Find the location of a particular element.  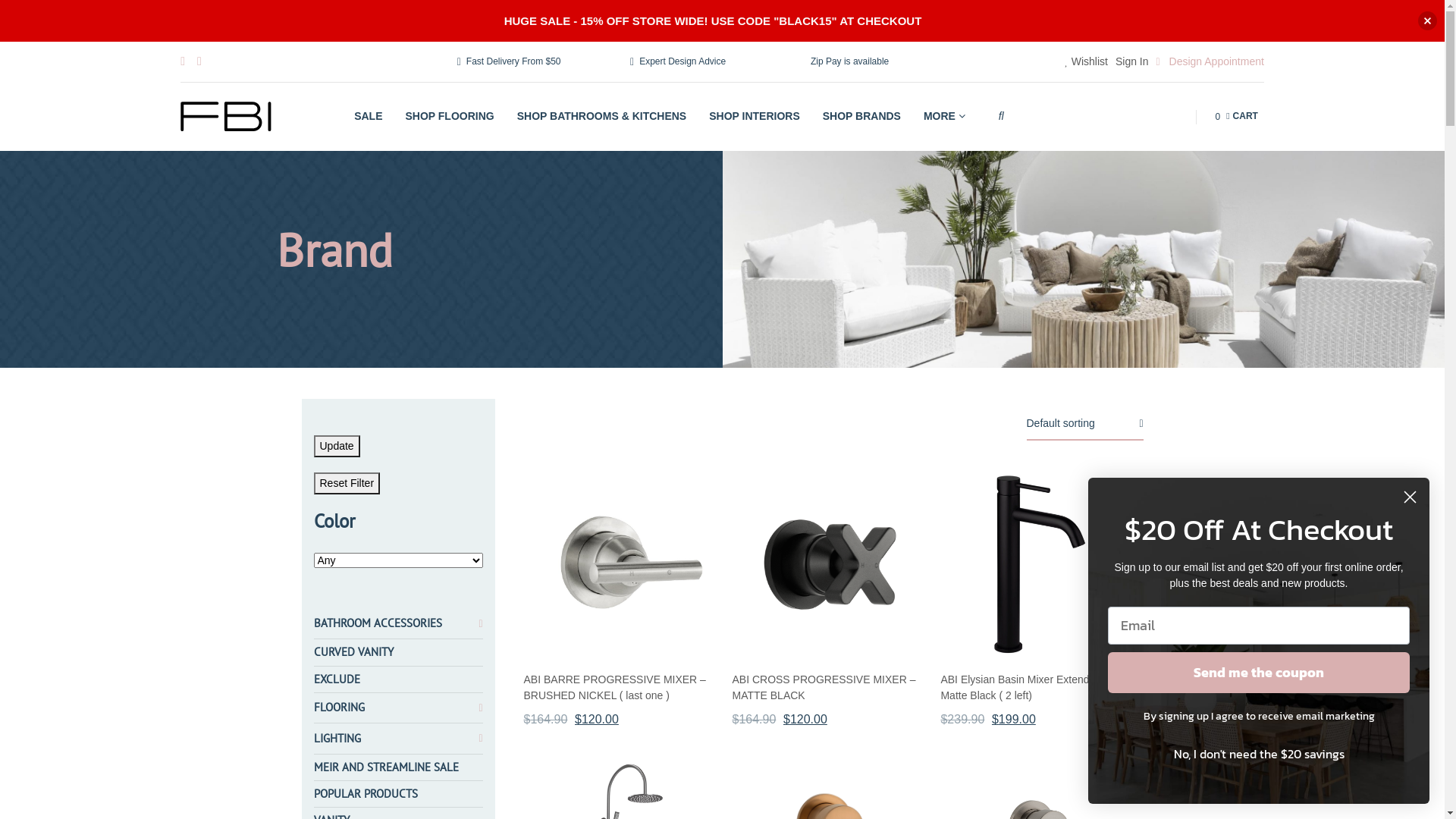

'SALE' is located at coordinates (348, 116).